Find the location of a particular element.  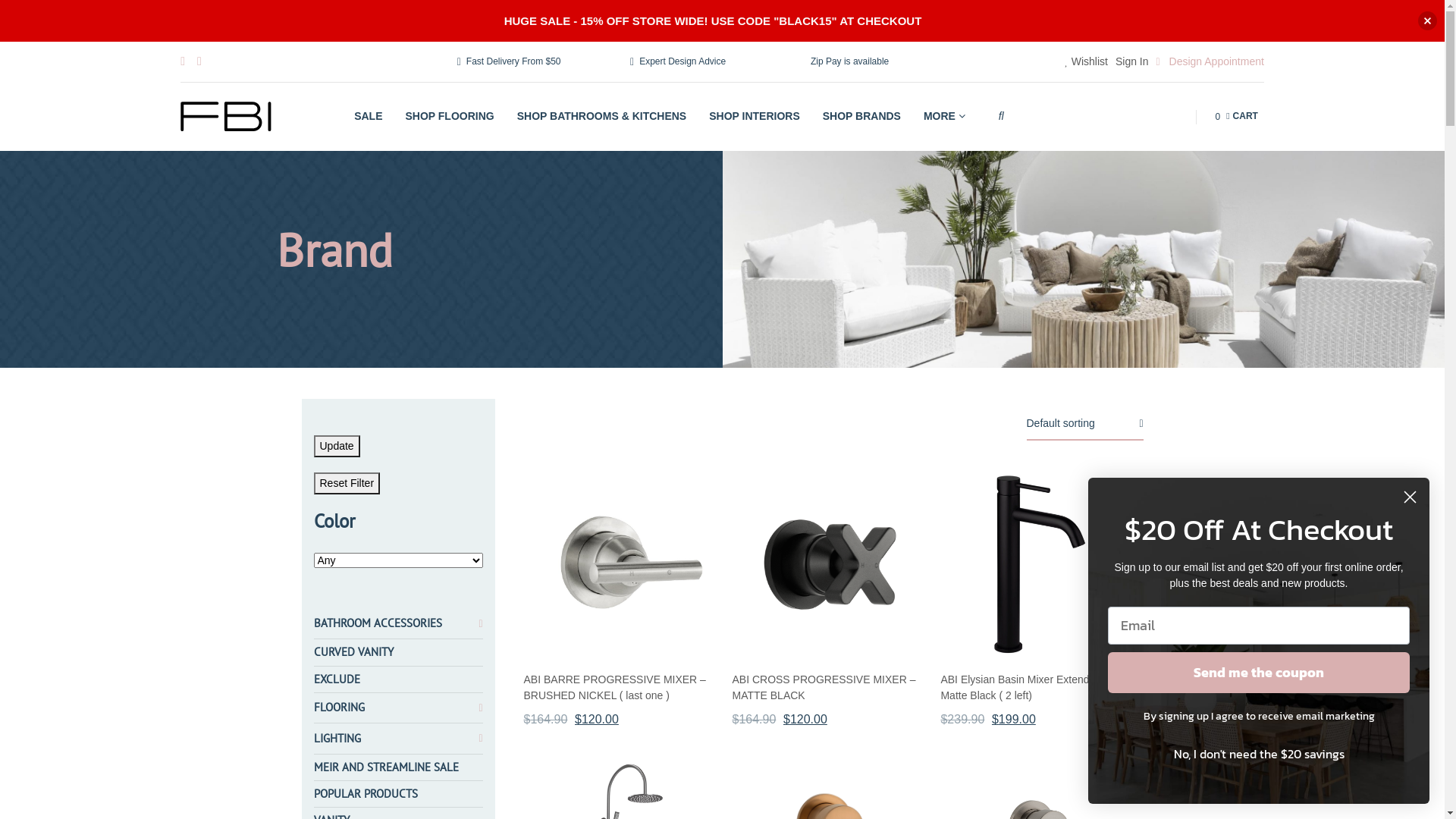

'SALE' is located at coordinates (348, 116).